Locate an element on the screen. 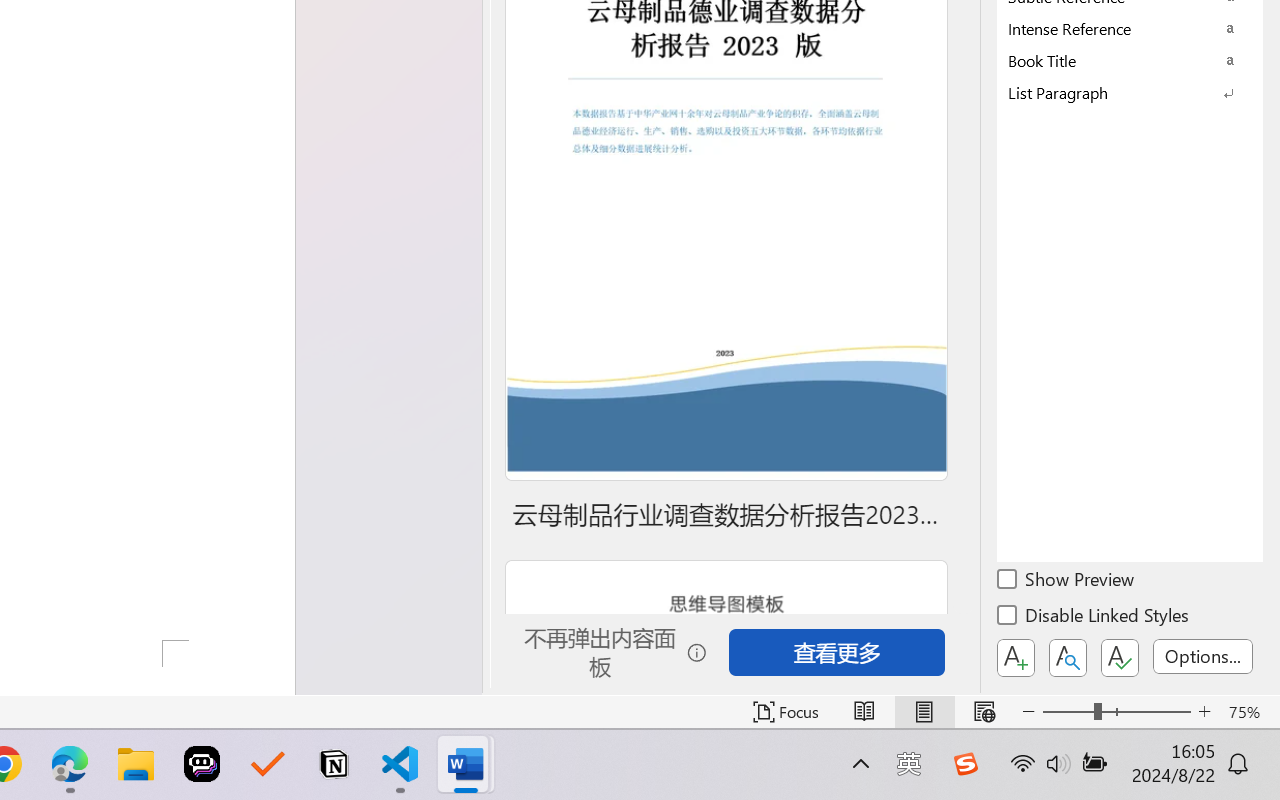  'Zoom' is located at coordinates (1115, 711).